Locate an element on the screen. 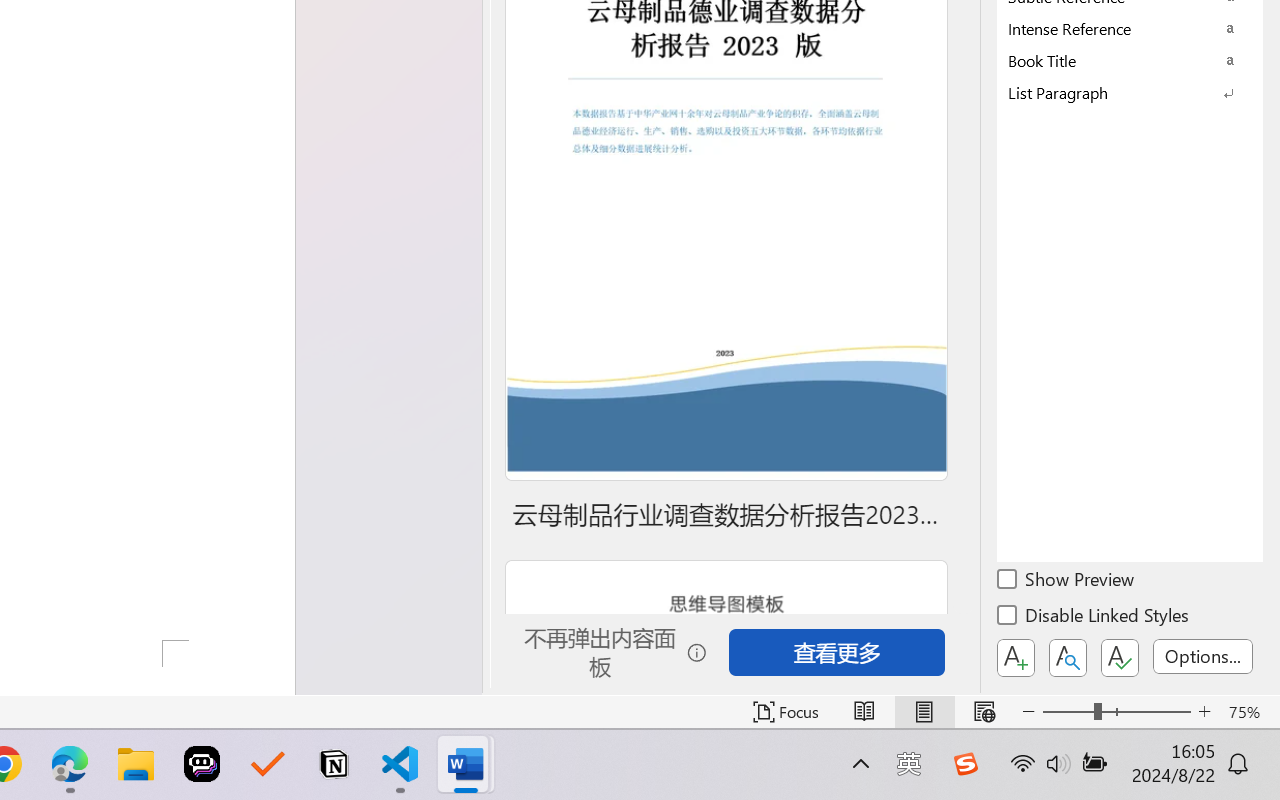  'Zoom' is located at coordinates (1115, 711).